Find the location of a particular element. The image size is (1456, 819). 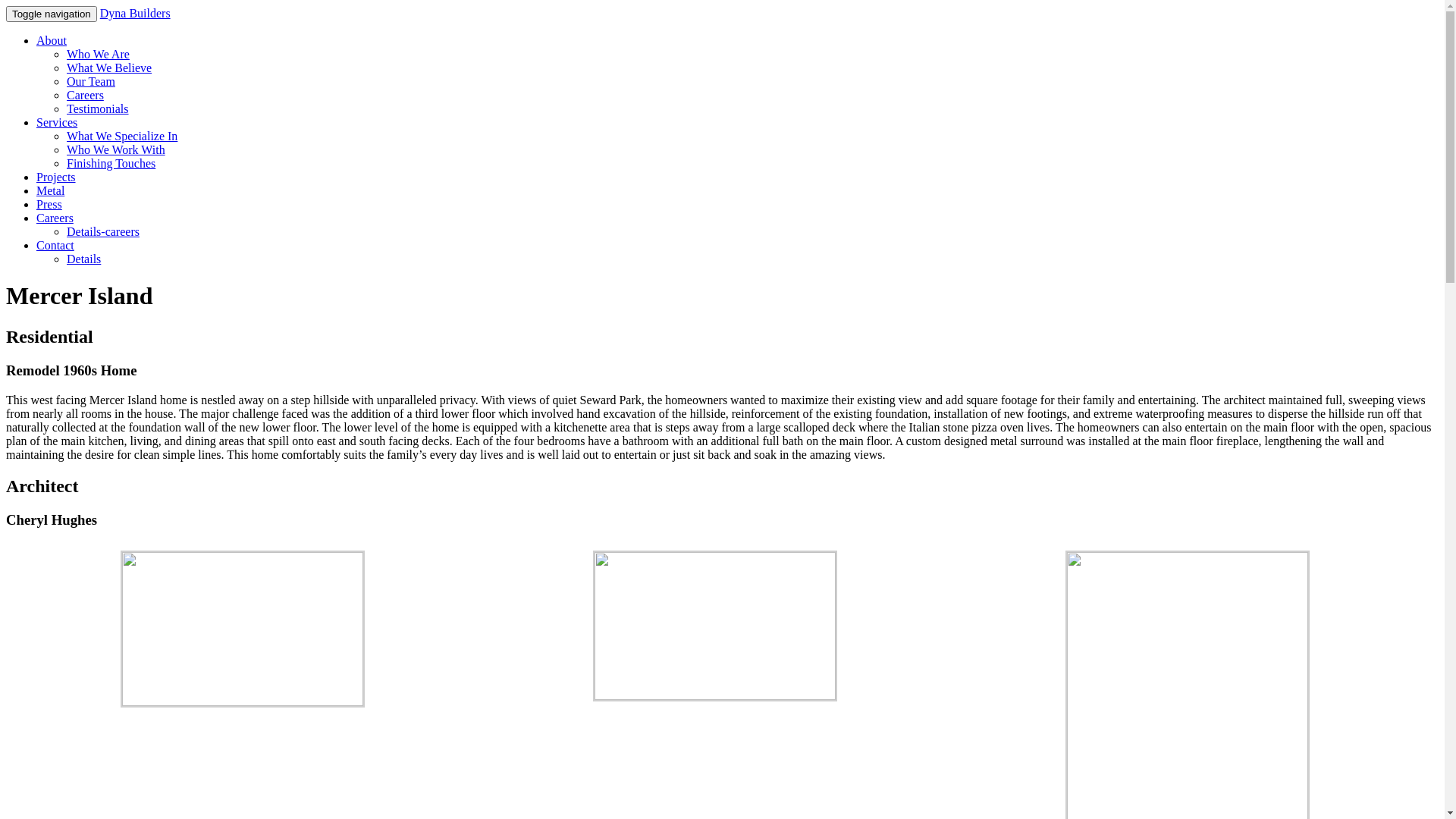

'Careers' is located at coordinates (84, 95).